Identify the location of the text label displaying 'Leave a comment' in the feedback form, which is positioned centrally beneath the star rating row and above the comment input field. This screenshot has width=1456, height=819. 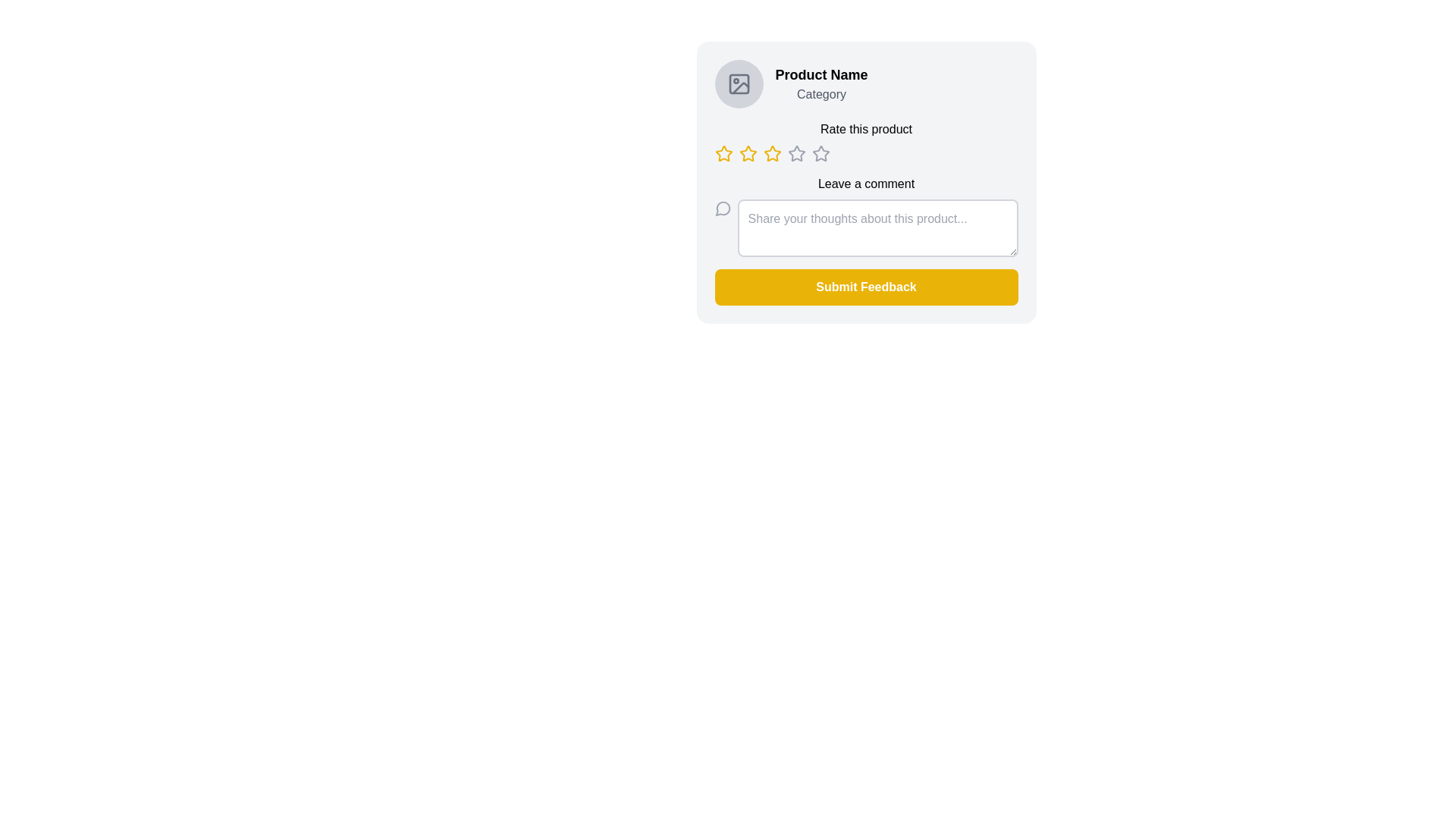
(866, 184).